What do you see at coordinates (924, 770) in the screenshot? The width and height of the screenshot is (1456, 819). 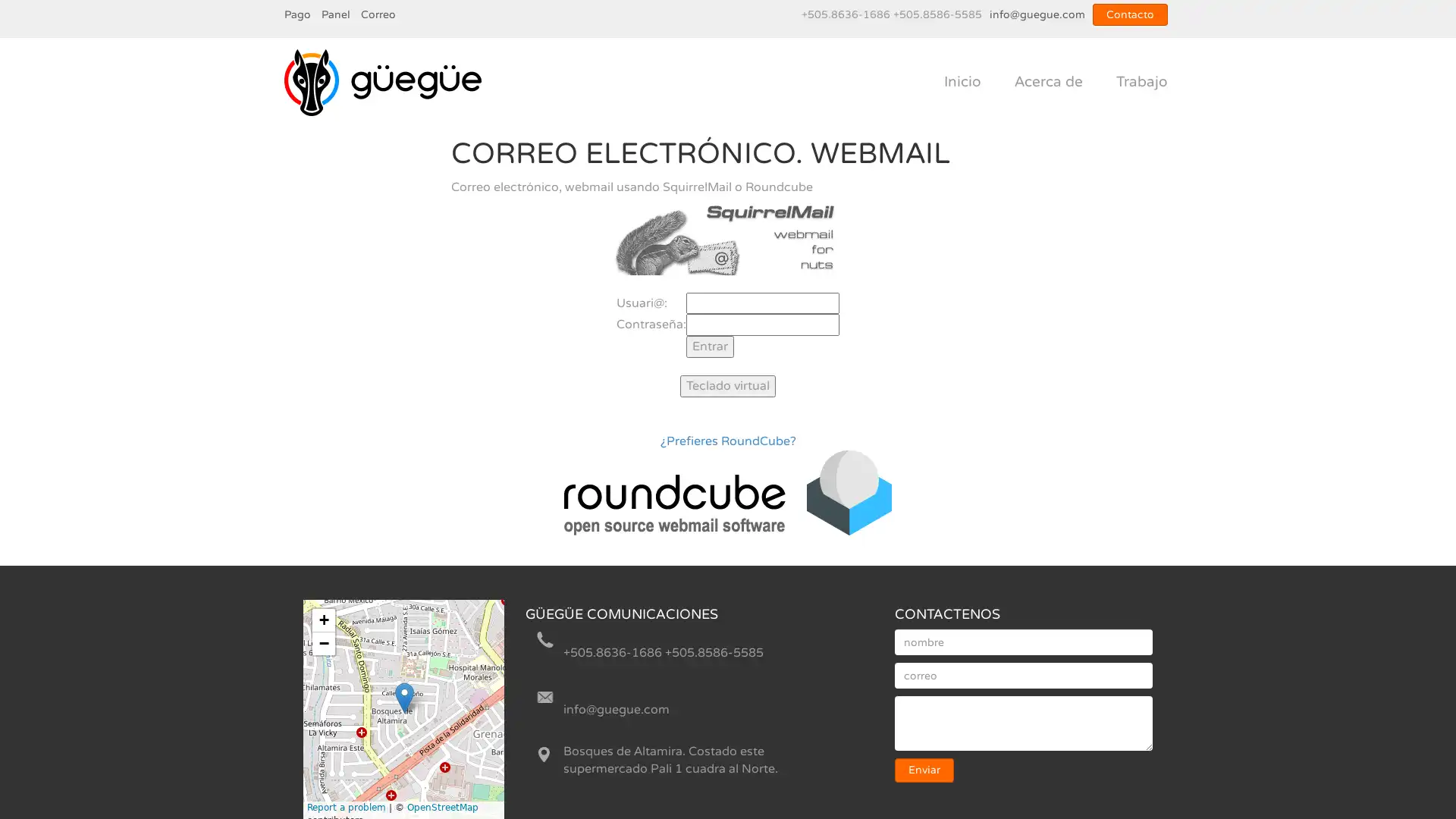 I see `Enviar` at bounding box center [924, 770].